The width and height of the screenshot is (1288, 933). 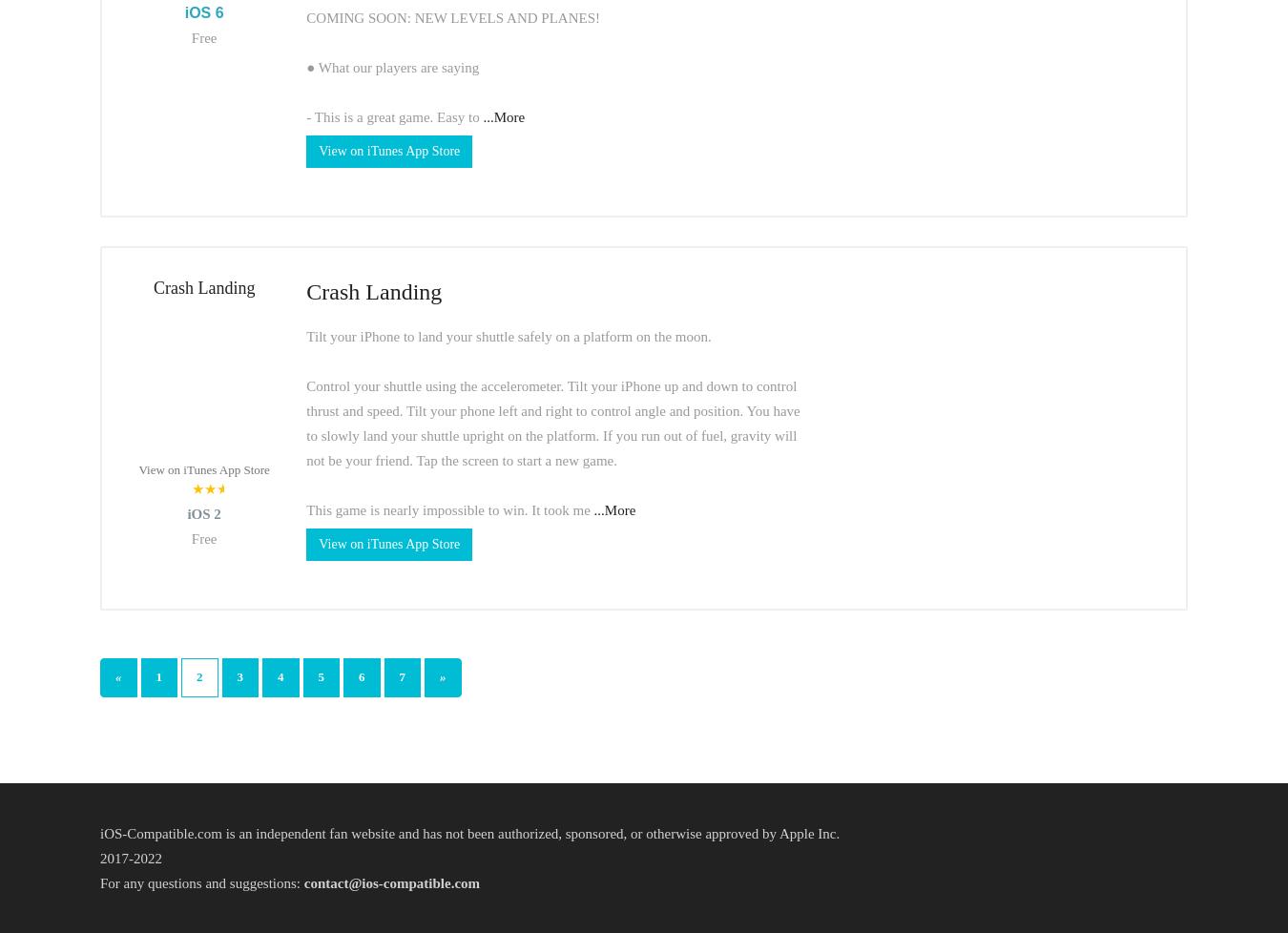 I want to click on 'Tilt your iPhone to land your shuttle safely on a platform on the moon.', so click(x=507, y=334).